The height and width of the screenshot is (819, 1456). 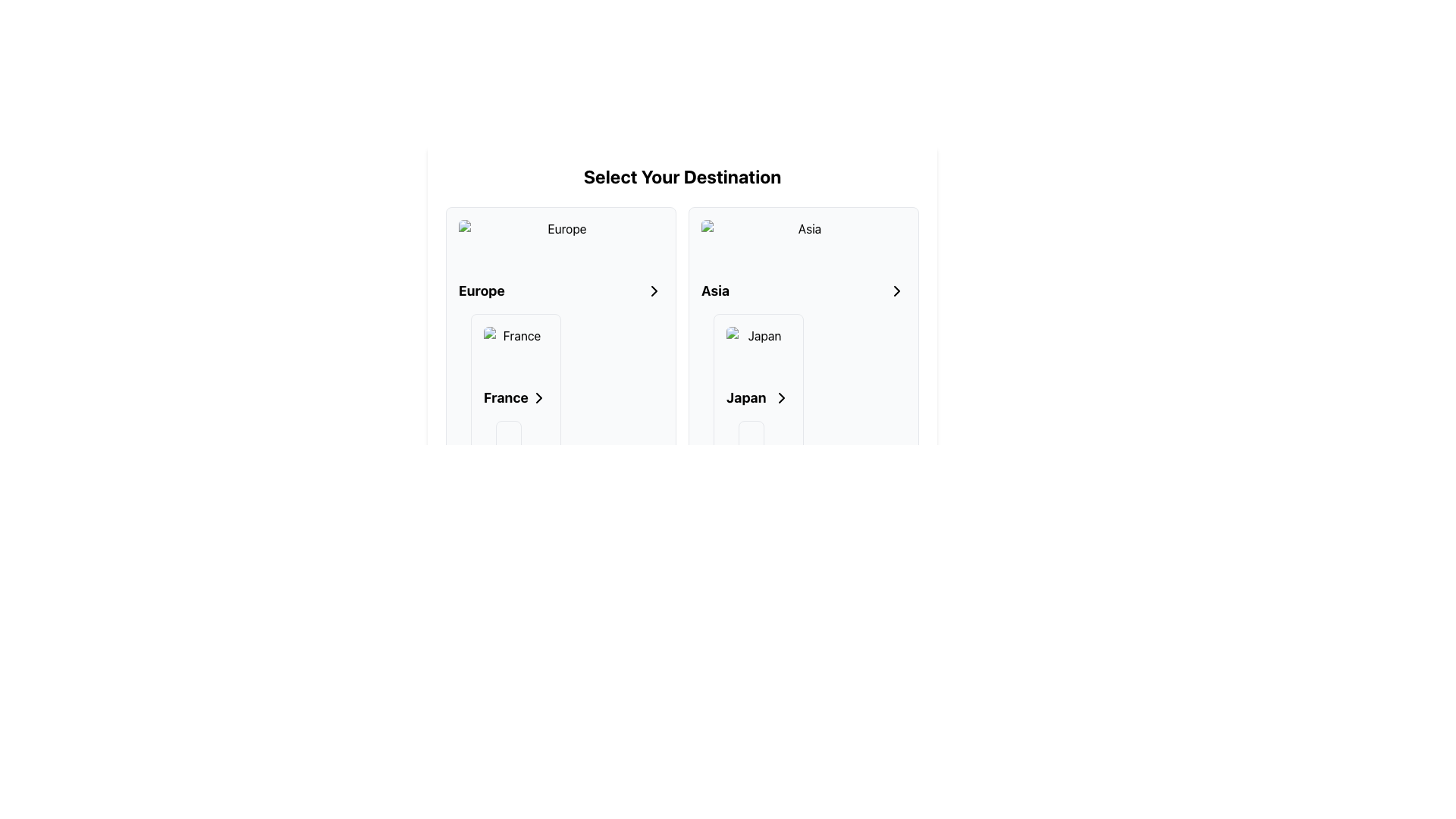 What do you see at coordinates (758, 350) in the screenshot?
I see `the 'Japan' image element with rounded corners located at the top of the card in the second column under the 'Asia' category for accessibility purposes` at bounding box center [758, 350].